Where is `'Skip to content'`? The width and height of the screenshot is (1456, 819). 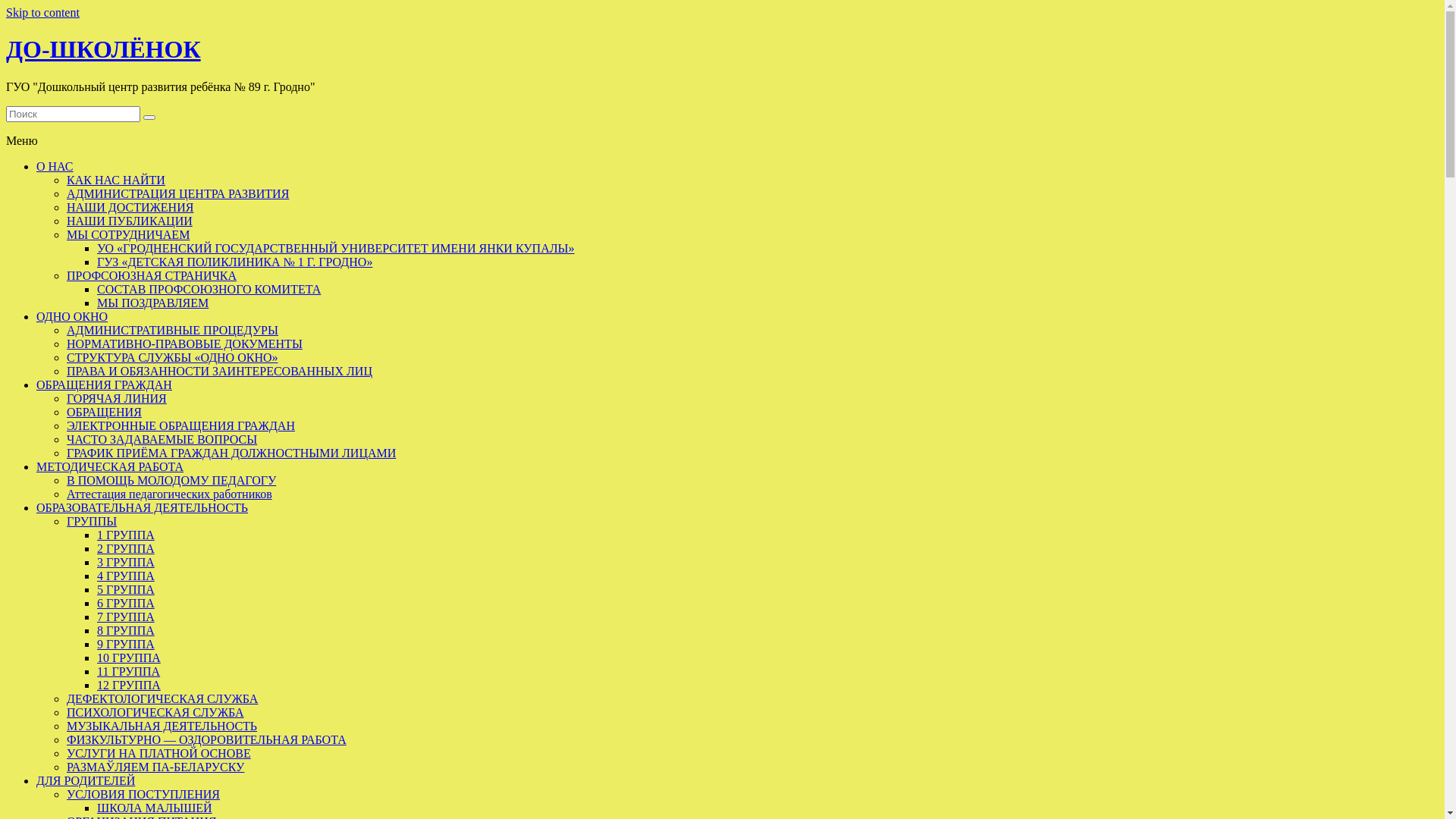
'Skip to content' is located at coordinates (42, 12).